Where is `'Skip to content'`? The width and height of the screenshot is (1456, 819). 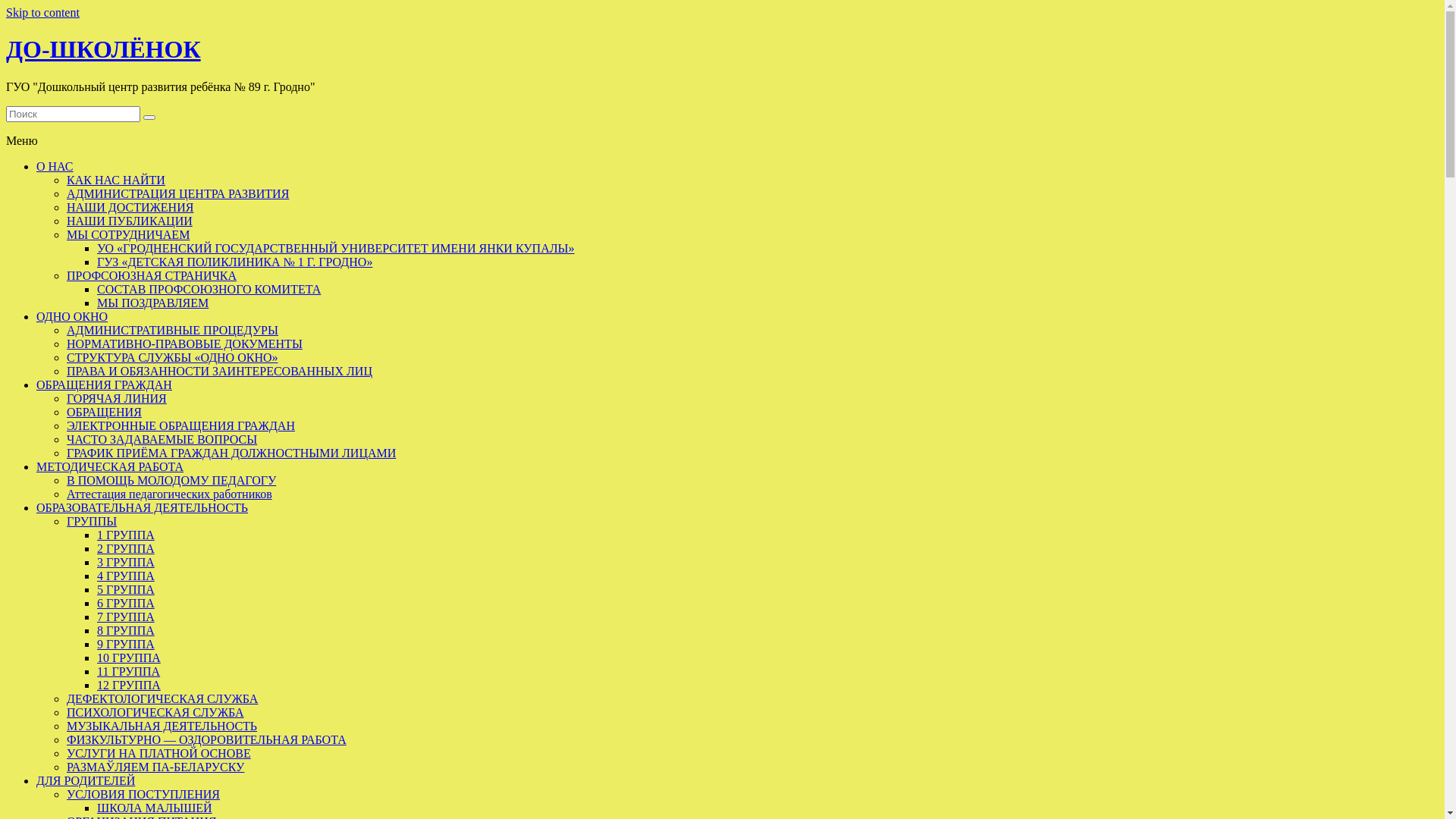
'Skip to content' is located at coordinates (42, 12).